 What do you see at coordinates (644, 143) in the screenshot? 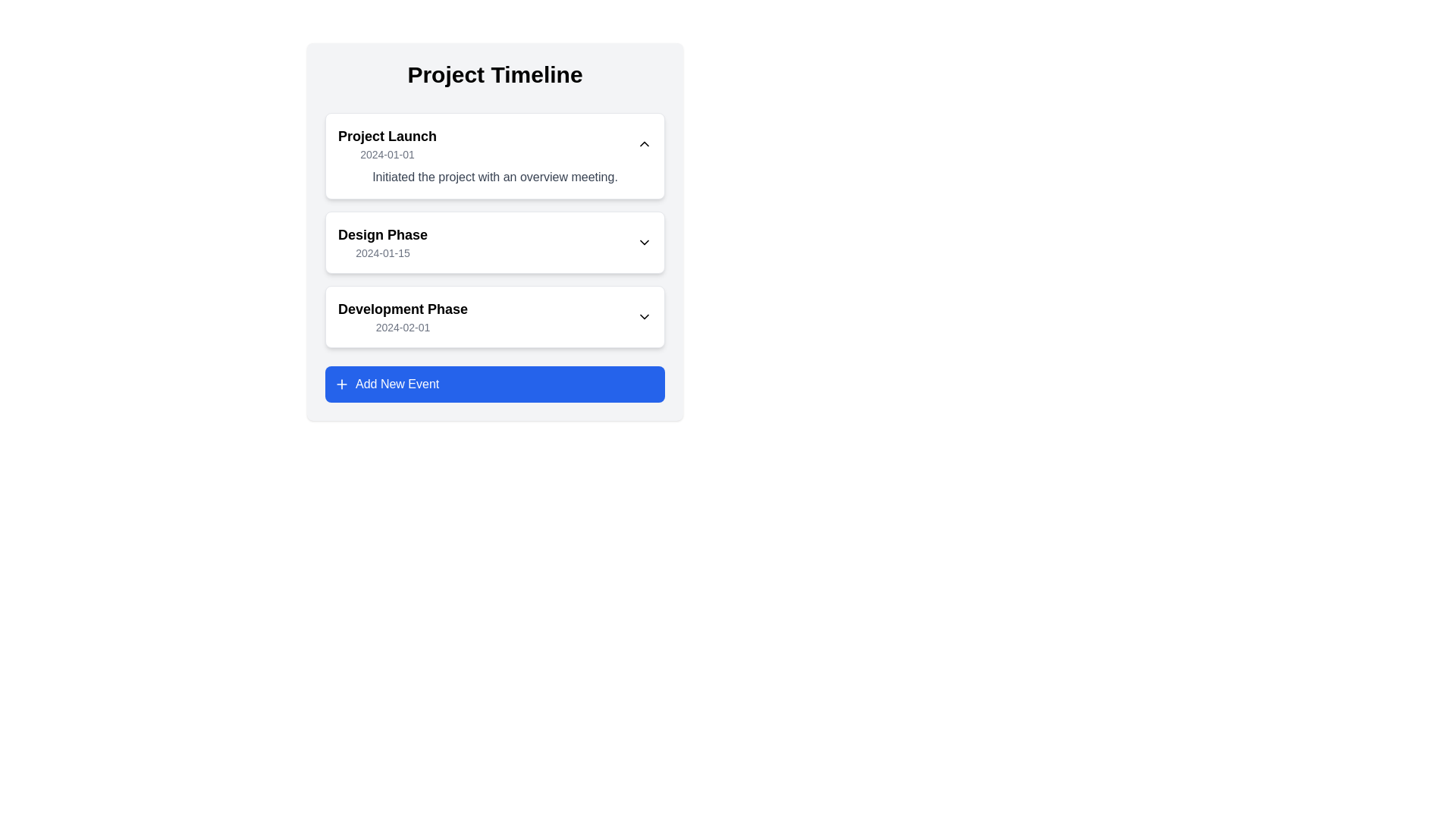
I see `the small upward-pointing triangle icon styled as a chevron located at the far right edge of the 'Project Launch' header` at bounding box center [644, 143].